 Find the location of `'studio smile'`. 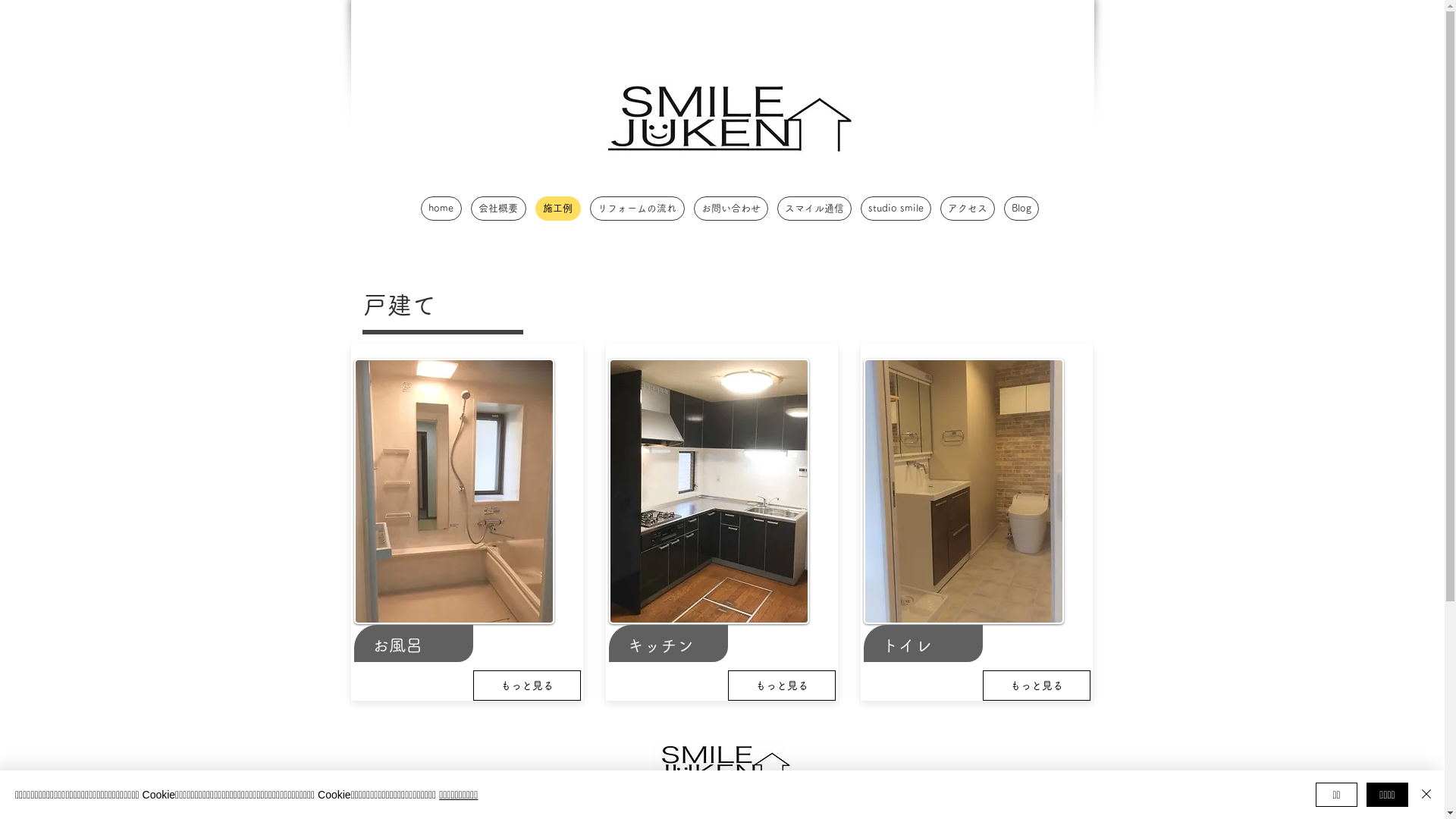

'studio smile' is located at coordinates (895, 208).